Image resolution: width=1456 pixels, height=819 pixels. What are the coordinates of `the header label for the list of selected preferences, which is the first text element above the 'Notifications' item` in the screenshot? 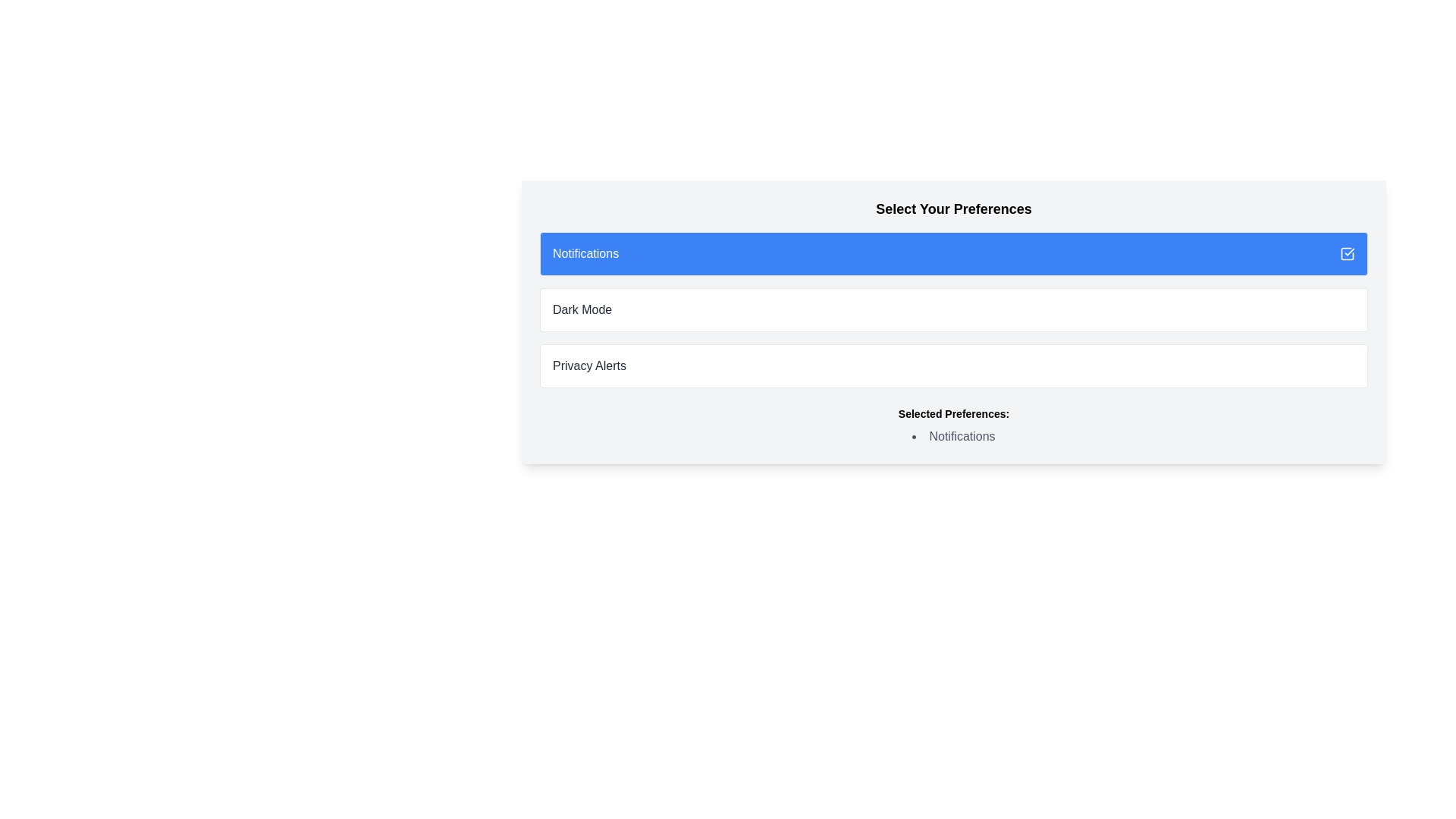 It's located at (952, 414).